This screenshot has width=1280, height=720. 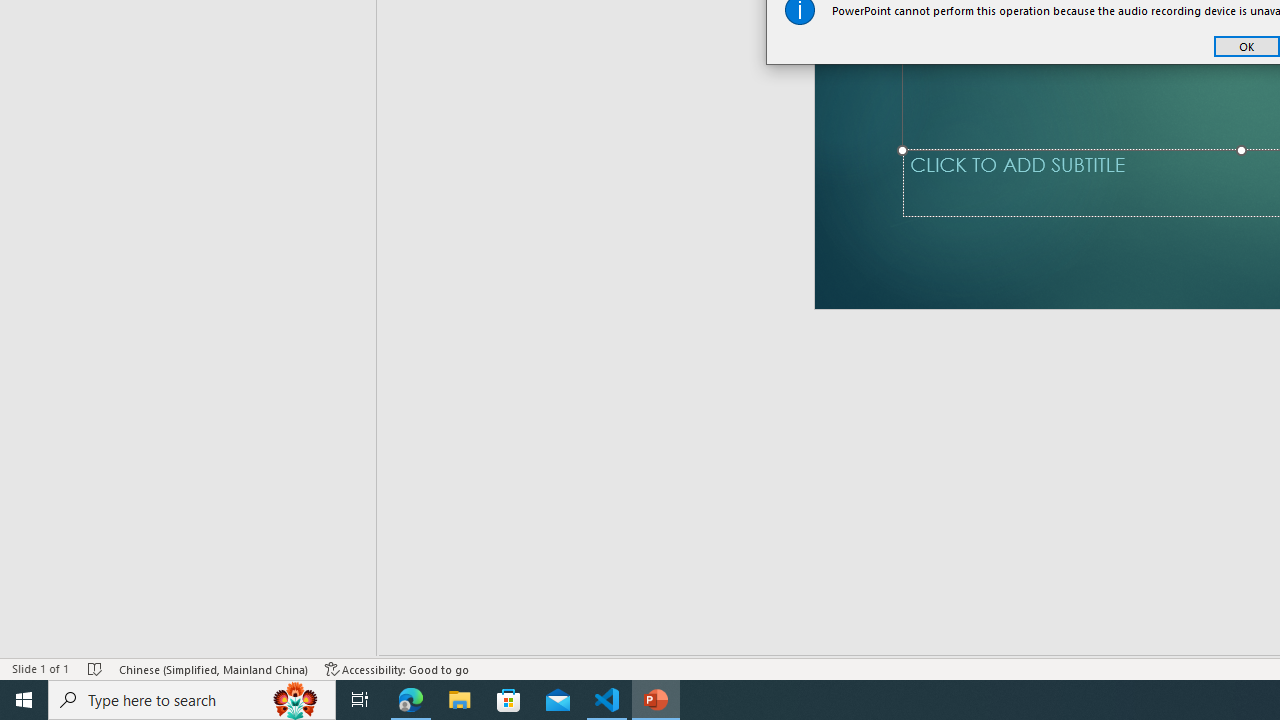 I want to click on 'Type here to search', so click(x=192, y=698).